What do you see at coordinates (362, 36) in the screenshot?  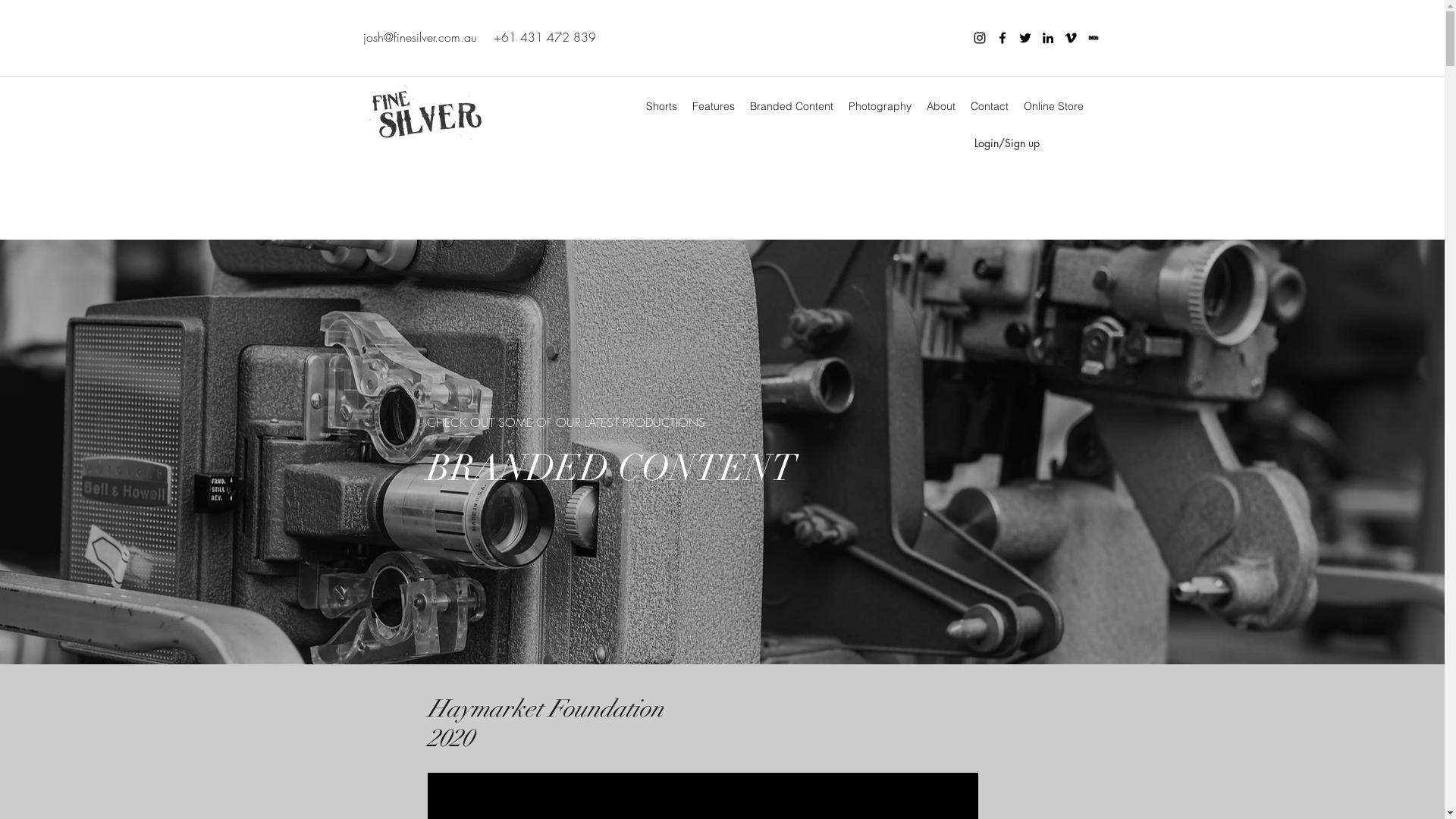 I see `'josh@finesilver.com.au'` at bounding box center [362, 36].